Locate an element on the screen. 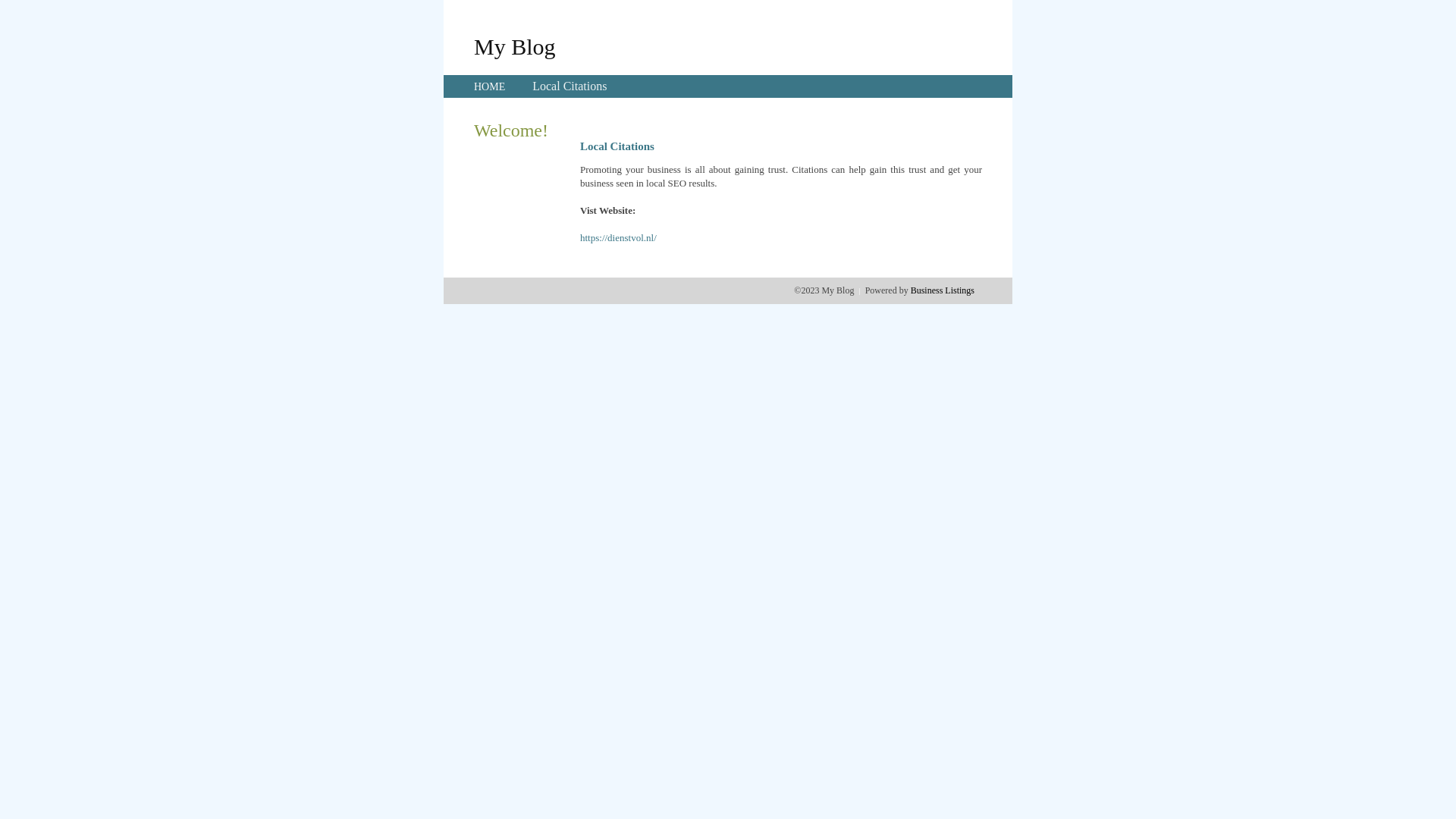  'Local Citations' is located at coordinates (532, 86).